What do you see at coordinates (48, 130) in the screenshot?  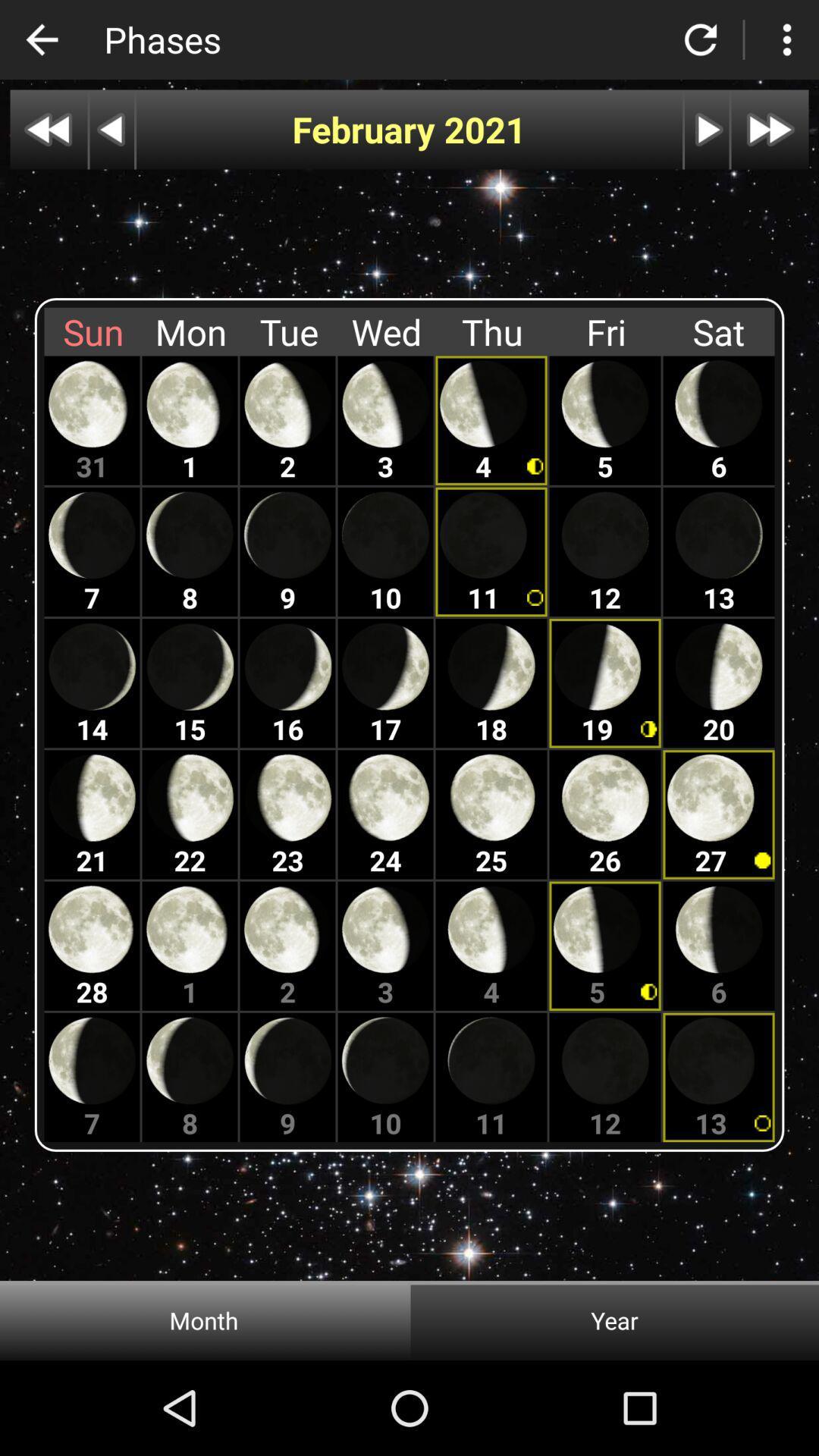 I see `the av_rewind icon` at bounding box center [48, 130].